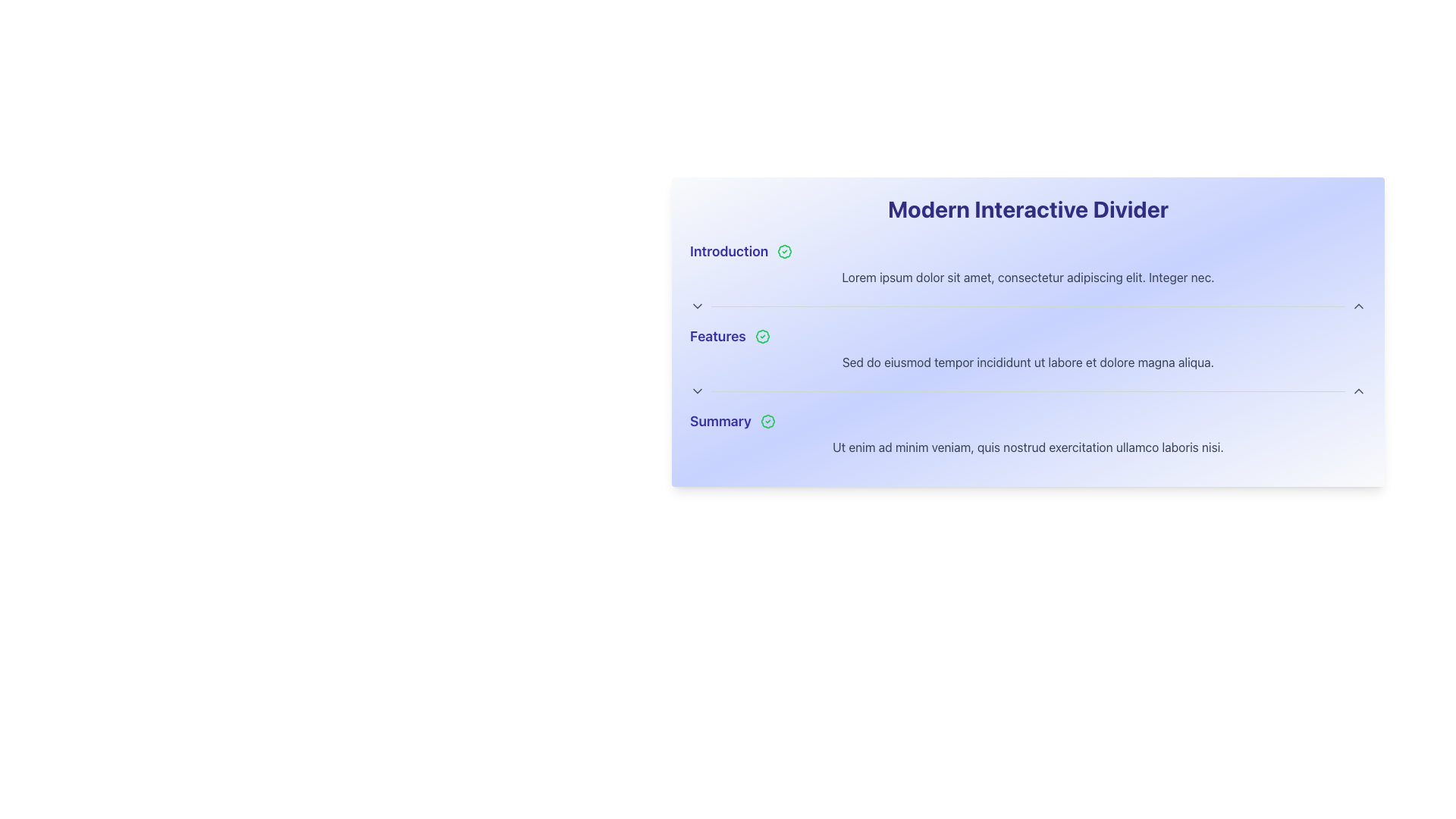 The image size is (1456, 819). Describe the element at coordinates (1028, 278) in the screenshot. I see `the Content Section labeled 'Introduction' with a gradient background that is positioned above the 'Features' and 'Summary' sections` at that location.